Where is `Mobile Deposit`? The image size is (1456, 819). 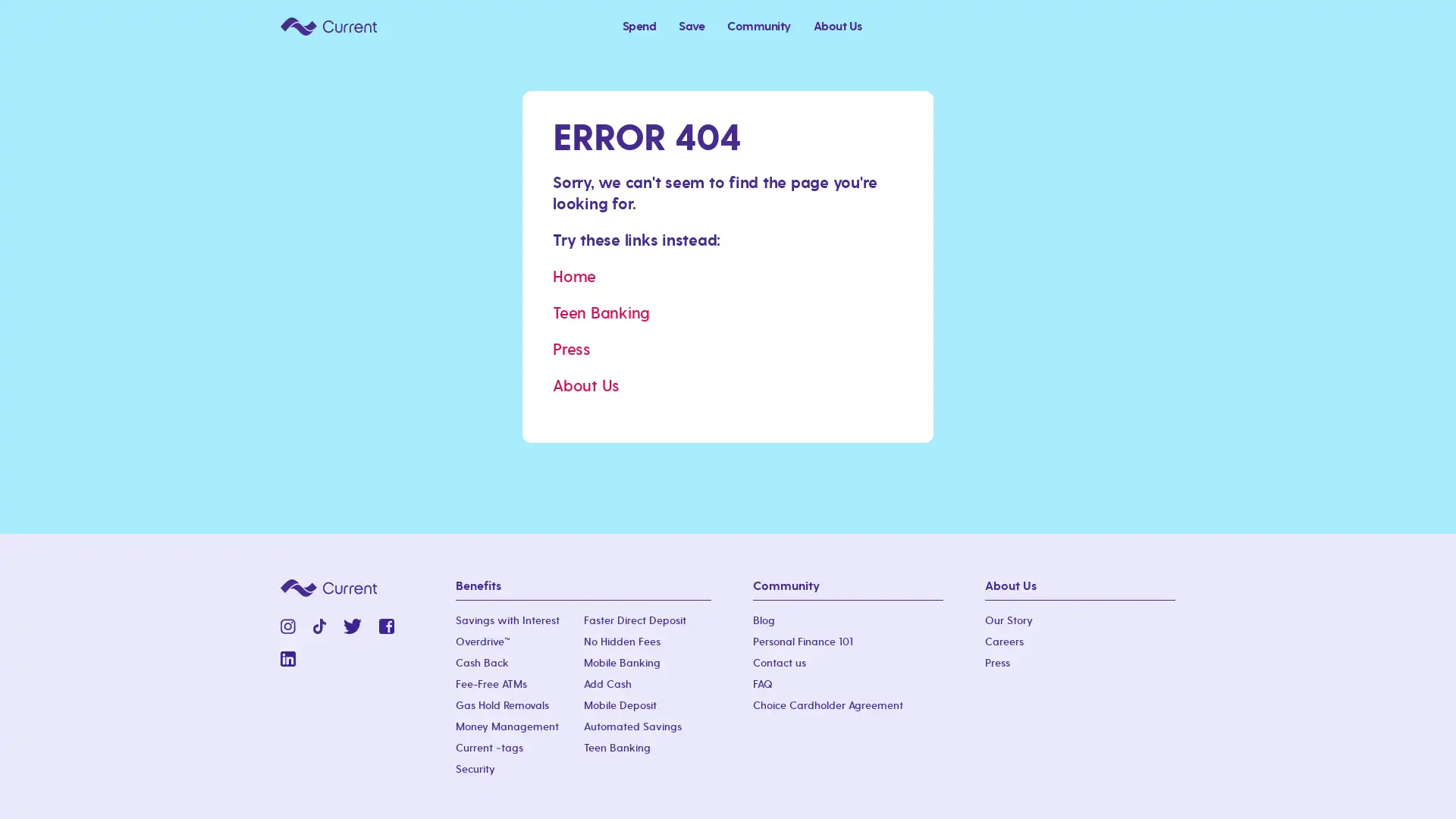
Mobile Deposit is located at coordinates (619, 705).